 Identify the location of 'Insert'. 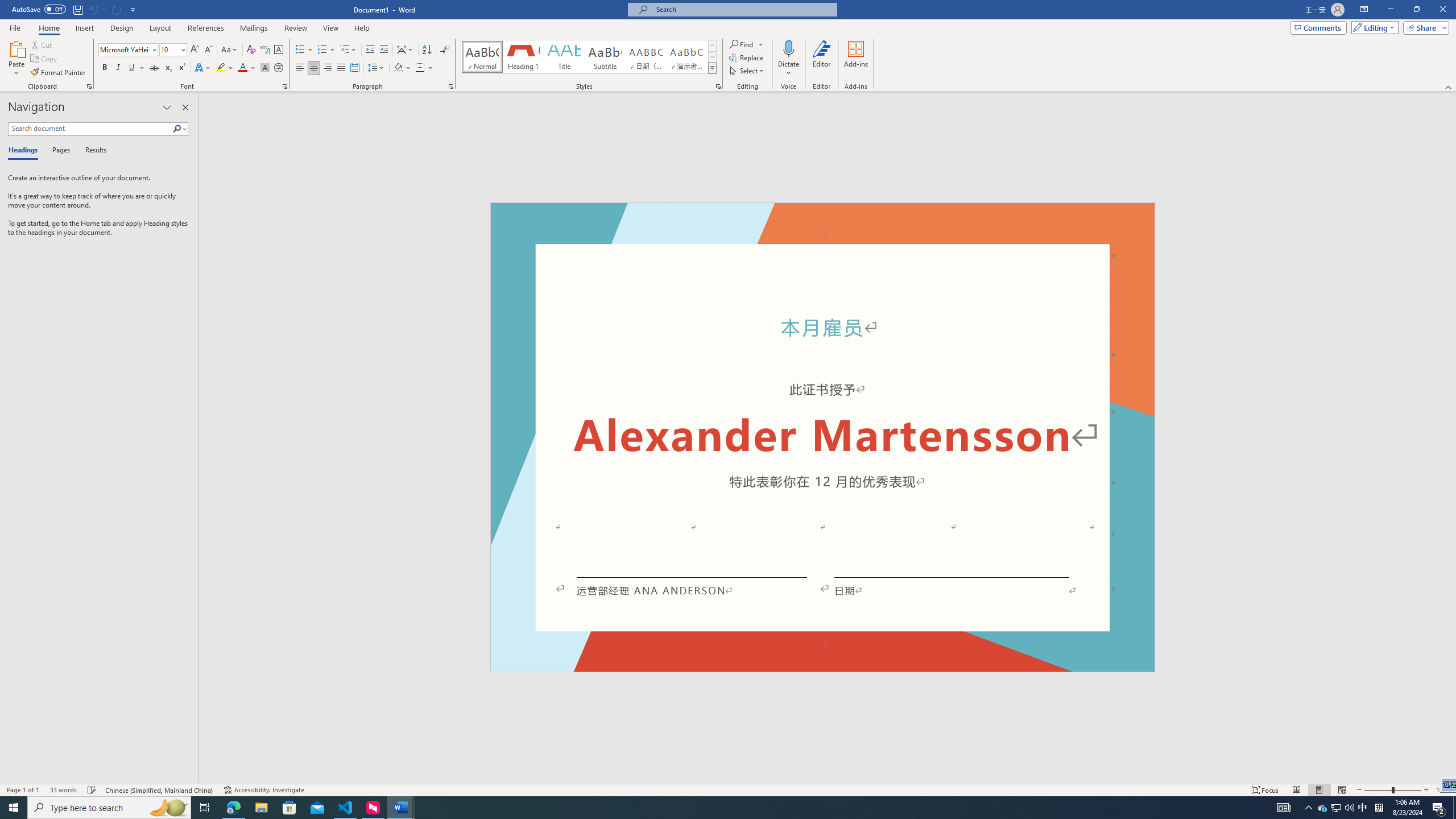
(84, 28).